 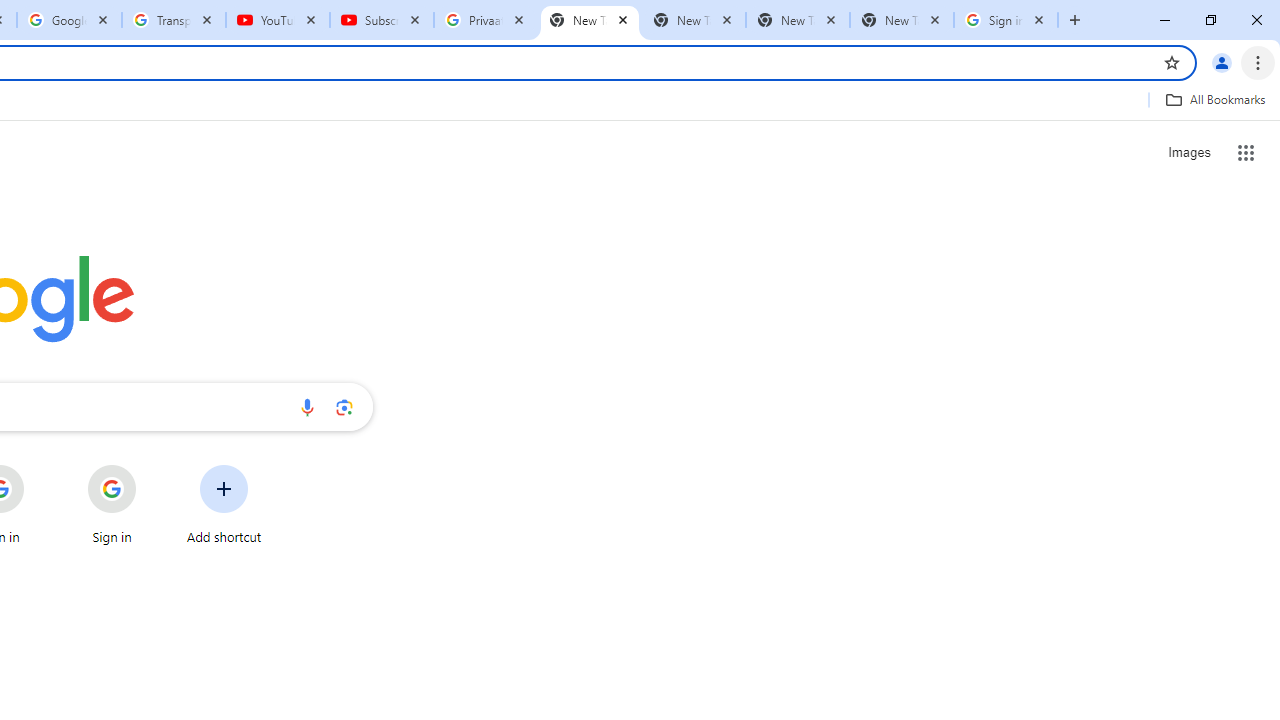 I want to click on 'New Tab', so click(x=900, y=20).